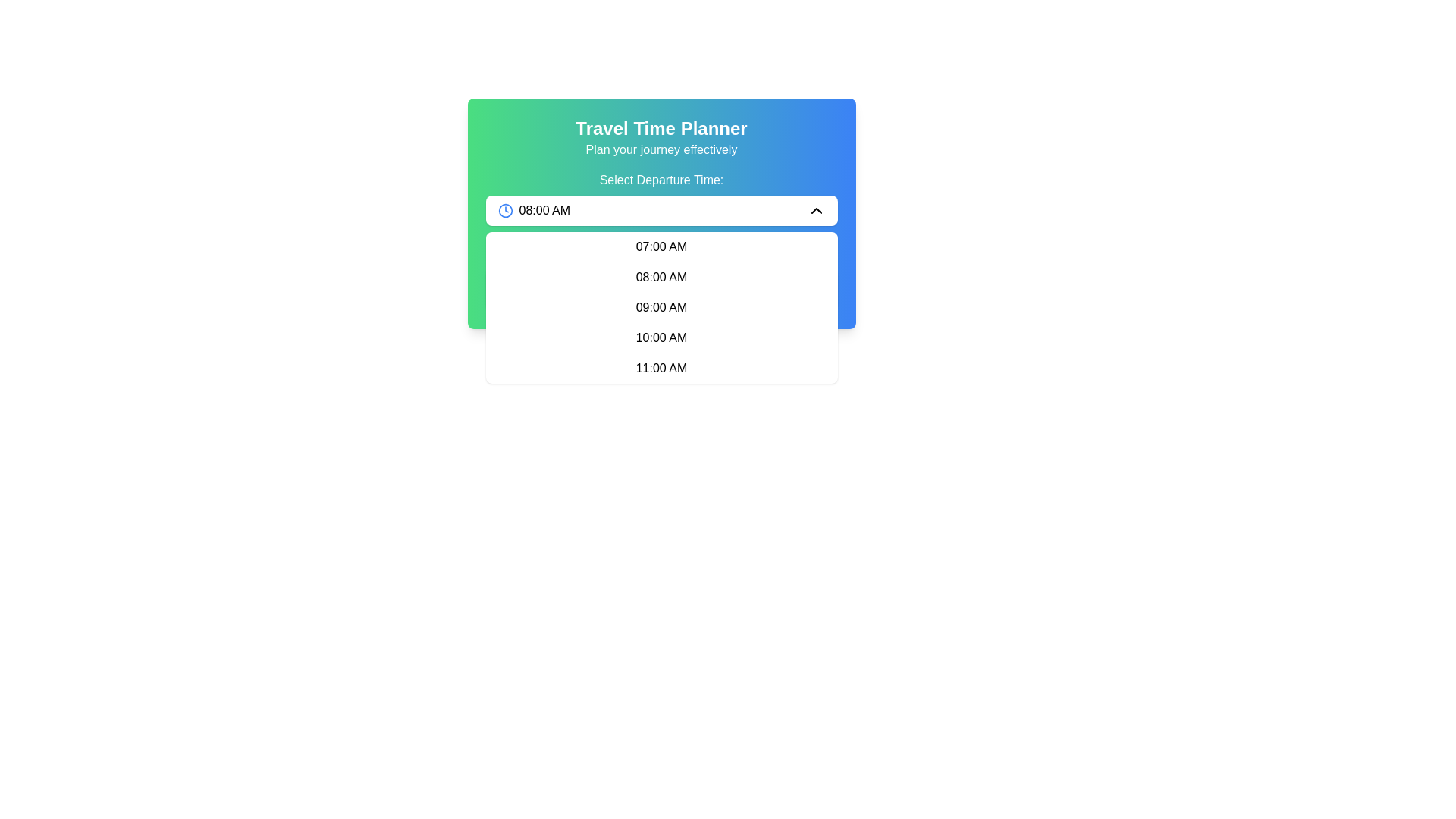 This screenshot has height=819, width=1456. I want to click on the dropdown menu item displaying '07:00 AM', which is the first option in the list of time selections within the dropdown menu located below the 'Select Departure Time' field, so click(661, 246).